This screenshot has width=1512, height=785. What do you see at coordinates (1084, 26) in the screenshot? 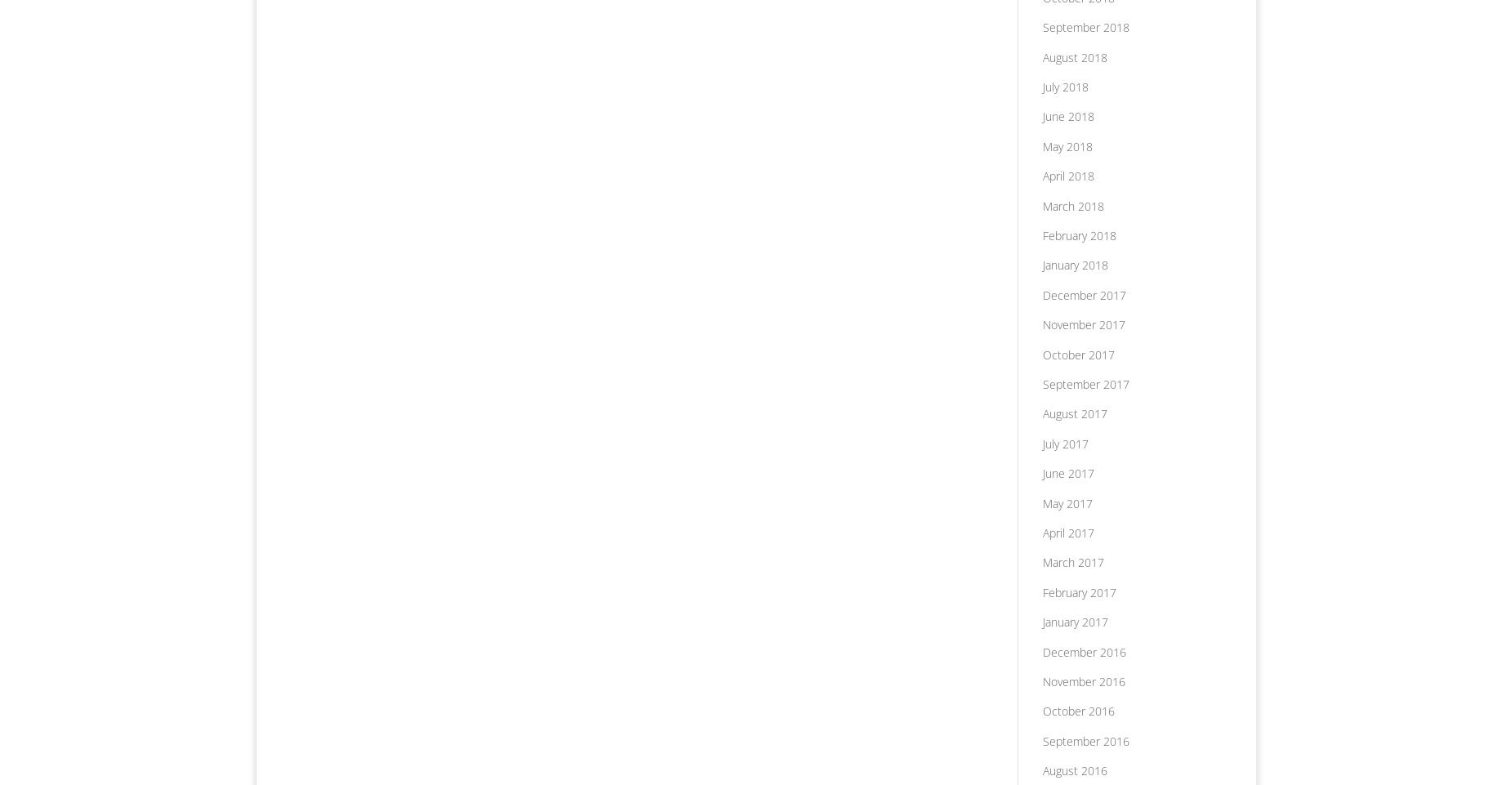
I see `'September 2018'` at bounding box center [1084, 26].